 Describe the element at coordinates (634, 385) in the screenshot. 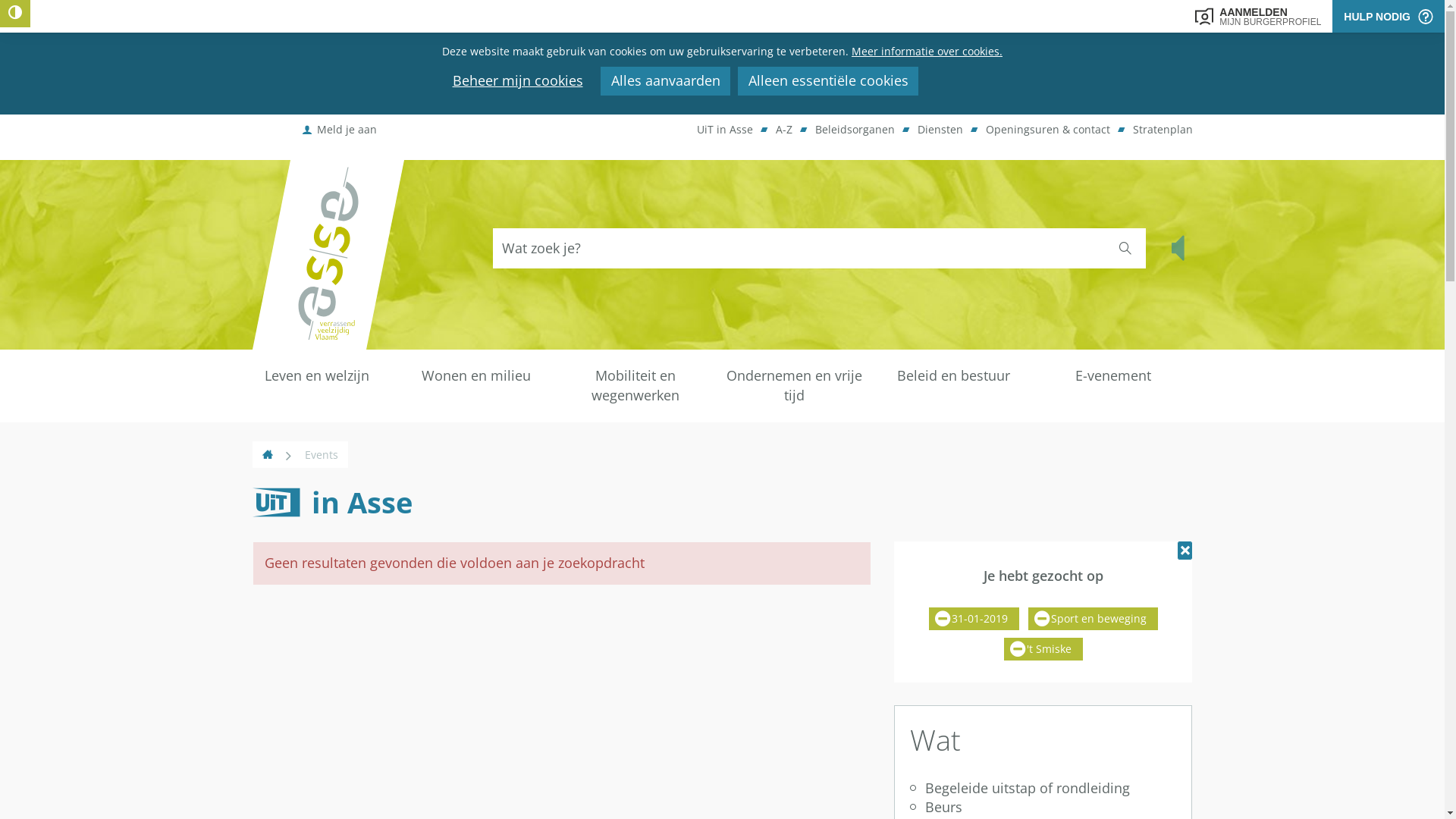

I see `'Mobiliteit en wegenwerken'` at that location.